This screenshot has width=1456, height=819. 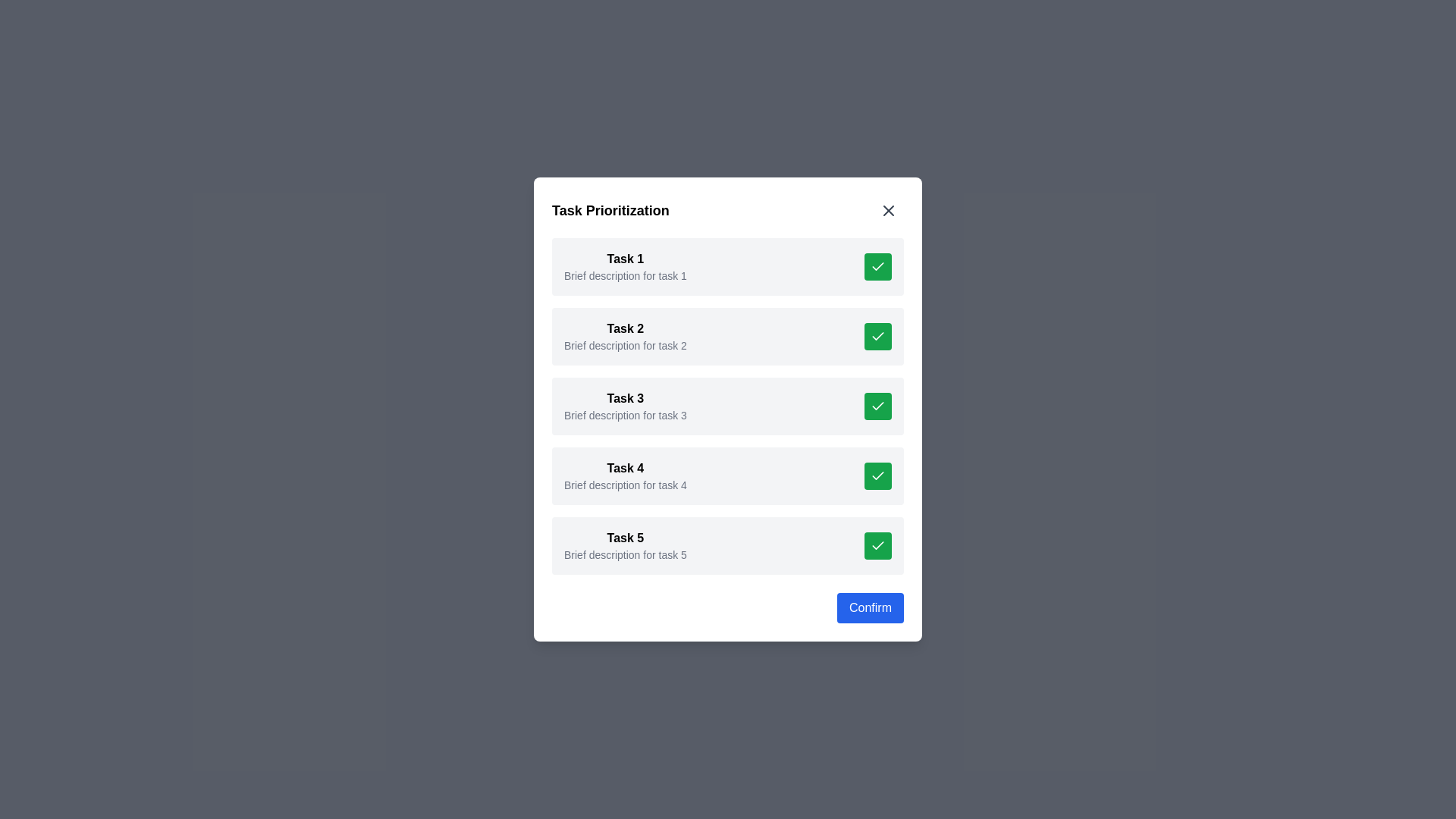 I want to click on the green, square-shaped button with rounded corners featuring a white checkmark icon, located in the row labeled 'Task 4', so click(x=877, y=475).